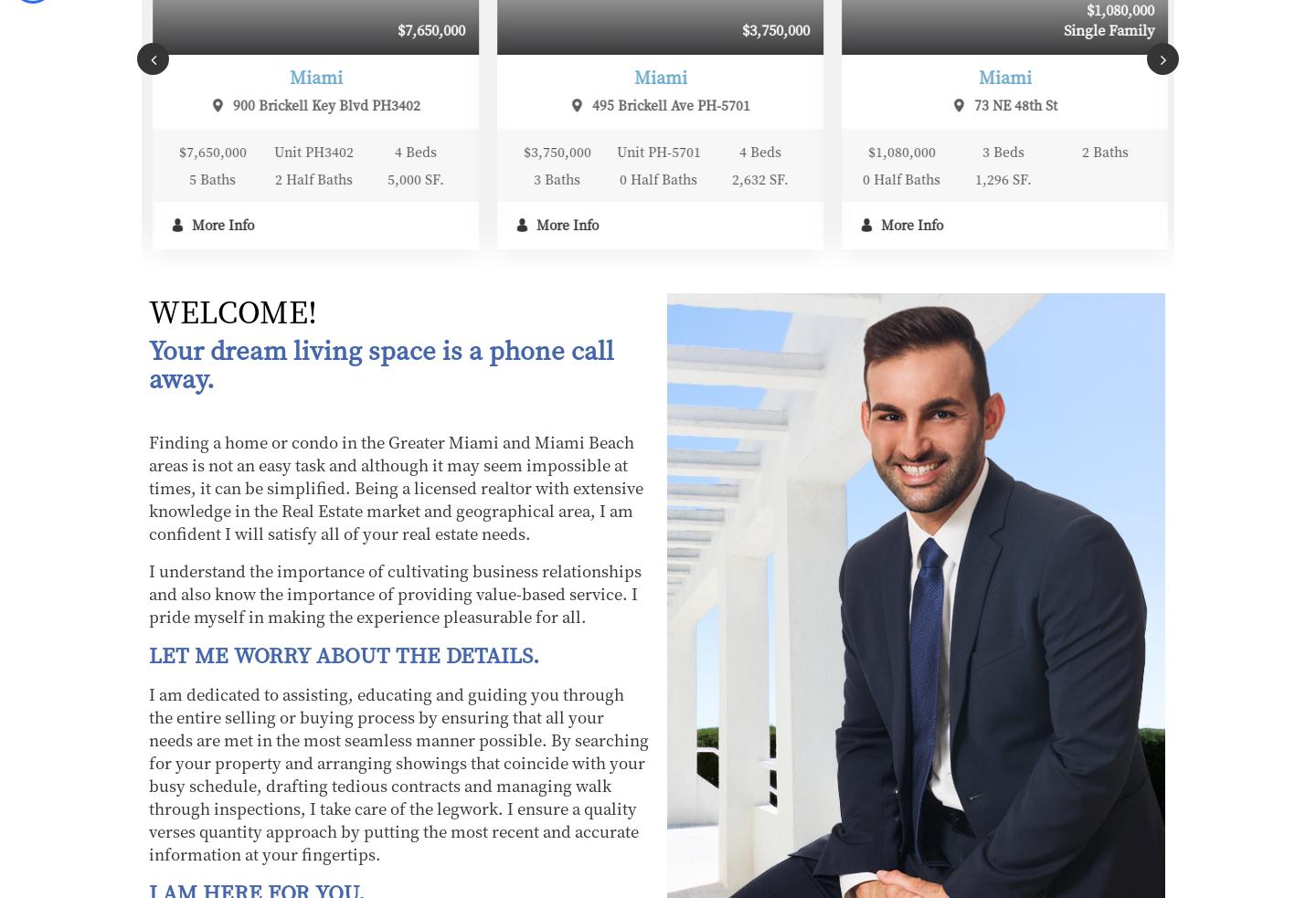 The width and height of the screenshot is (1316, 898). Describe the element at coordinates (90, 28) in the screenshot. I see `'$7,650,000'` at that location.